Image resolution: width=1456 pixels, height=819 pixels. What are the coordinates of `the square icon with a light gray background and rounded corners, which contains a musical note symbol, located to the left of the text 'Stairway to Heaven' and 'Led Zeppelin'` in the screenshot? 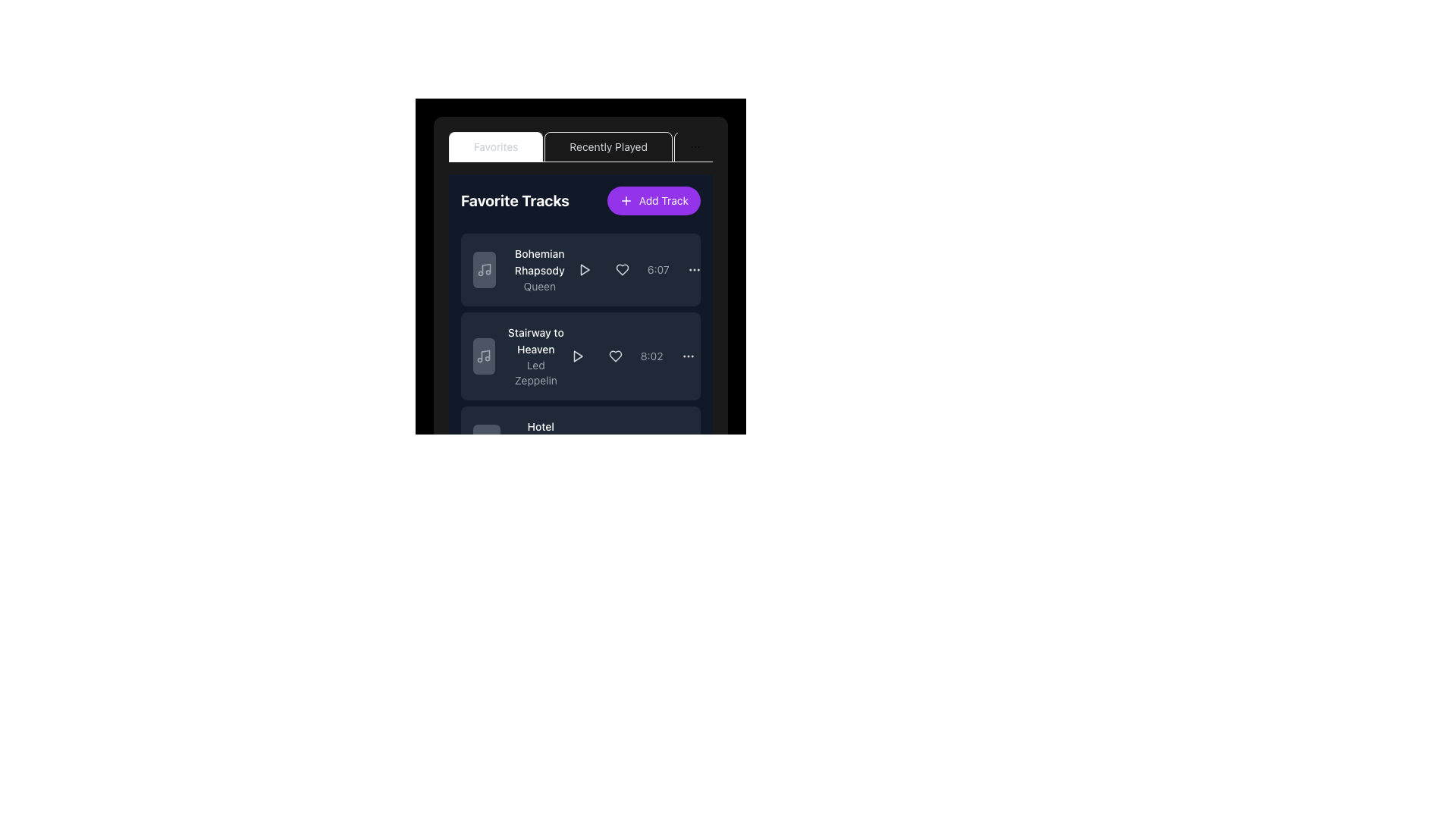 It's located at (483, 356).